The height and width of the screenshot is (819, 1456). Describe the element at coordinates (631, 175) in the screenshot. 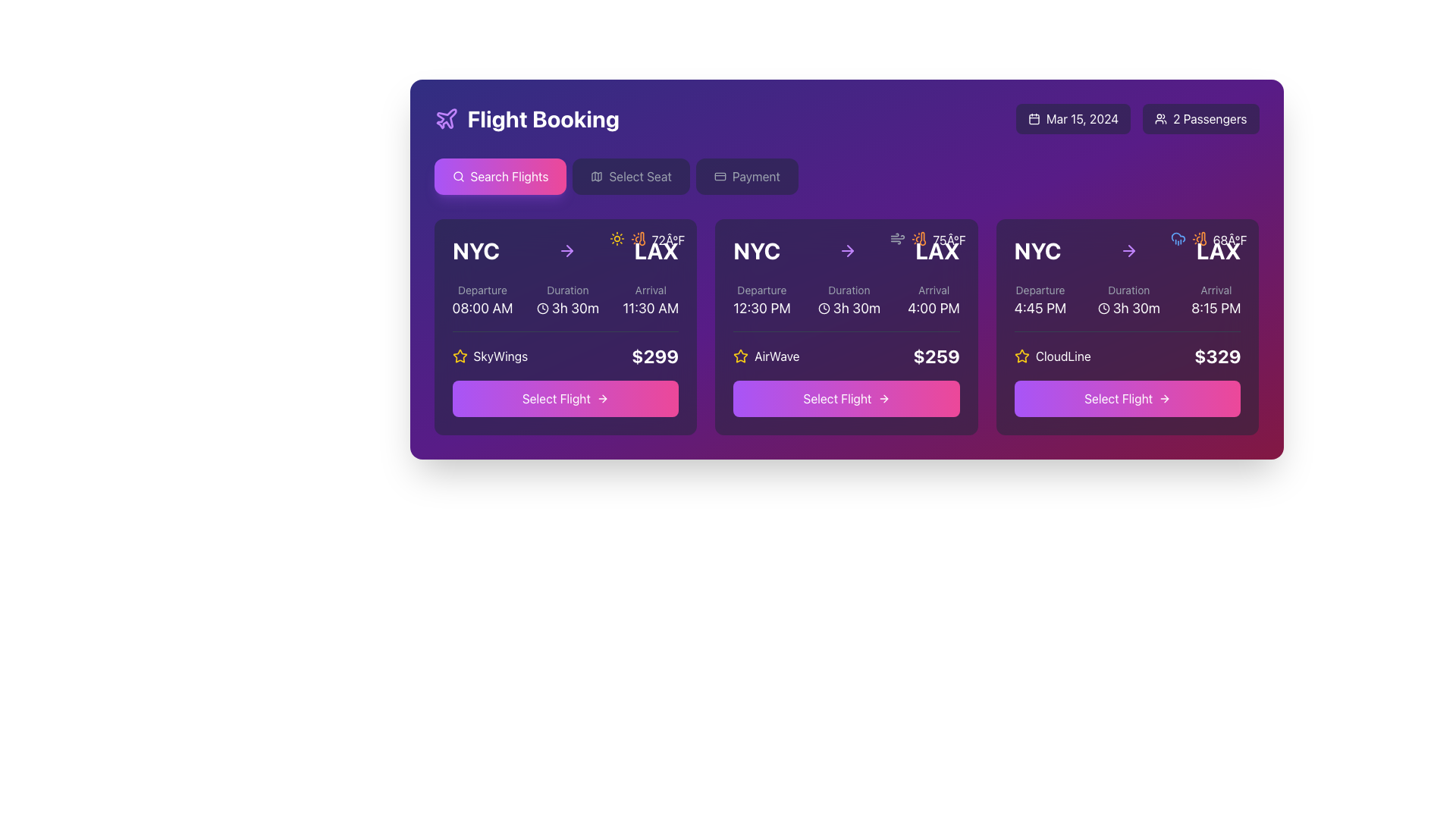

I see `the 'Choose Seat' button located between the 'Search Flights' button and the 'Payment' button in the flight booking section to observe the visual change` at that location.